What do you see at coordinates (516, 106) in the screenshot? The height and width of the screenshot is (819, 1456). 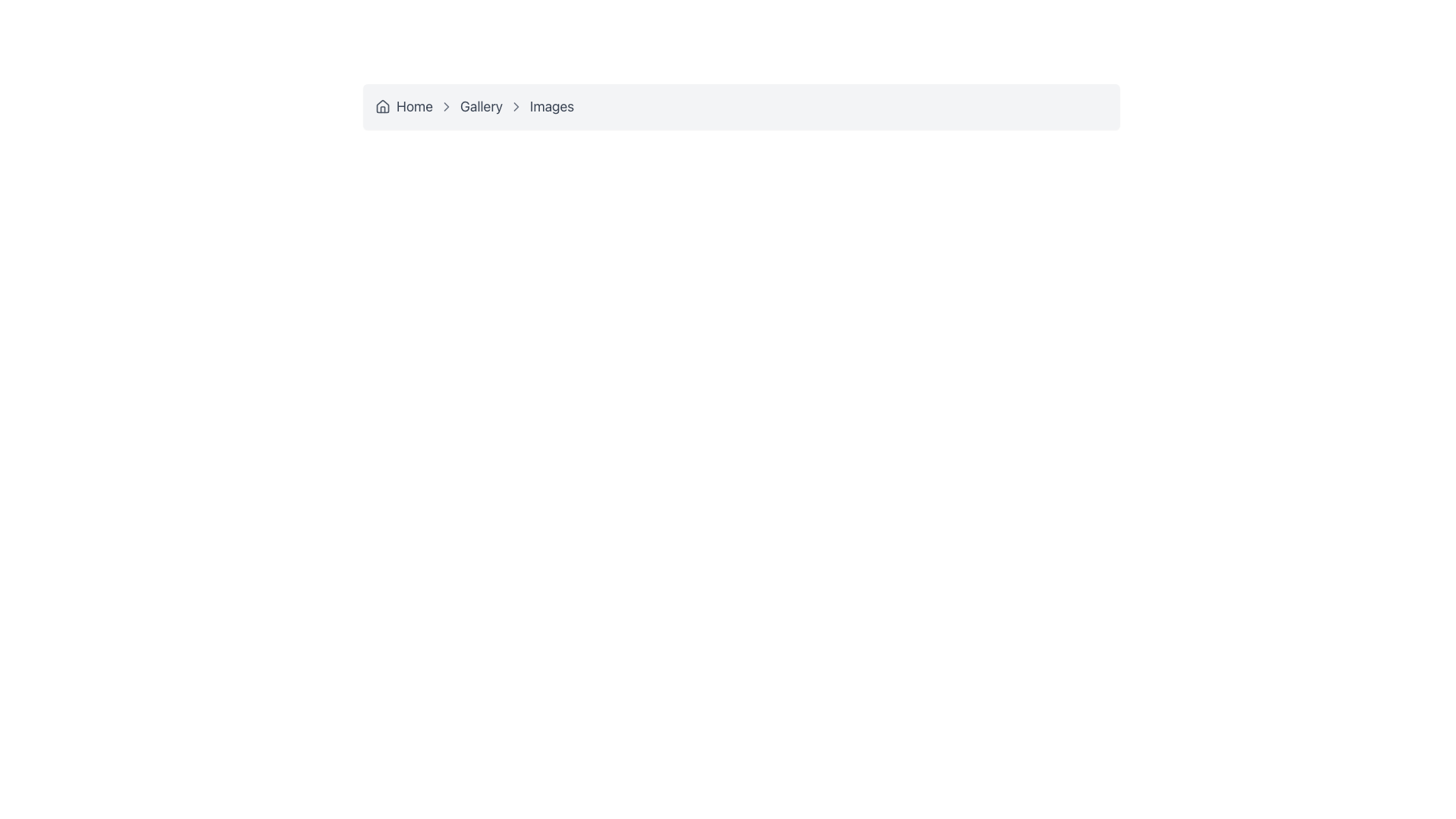 I see `the right-chevron icon in the breadcrumb navigation` at bounding box center [516, 106].